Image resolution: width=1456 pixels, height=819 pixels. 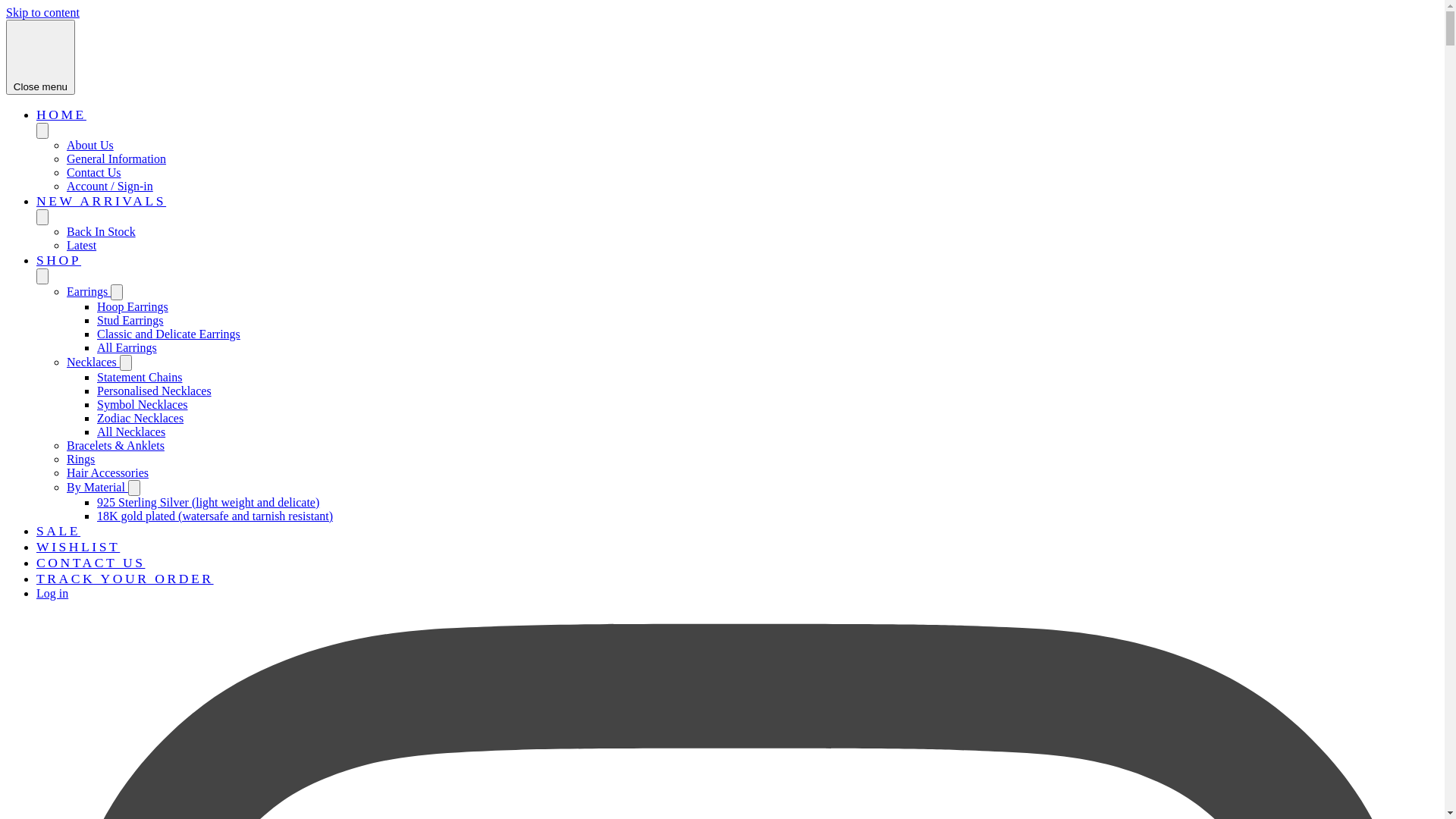 I want to click on 'Account / Sign-in', so click(x=108, y=185).